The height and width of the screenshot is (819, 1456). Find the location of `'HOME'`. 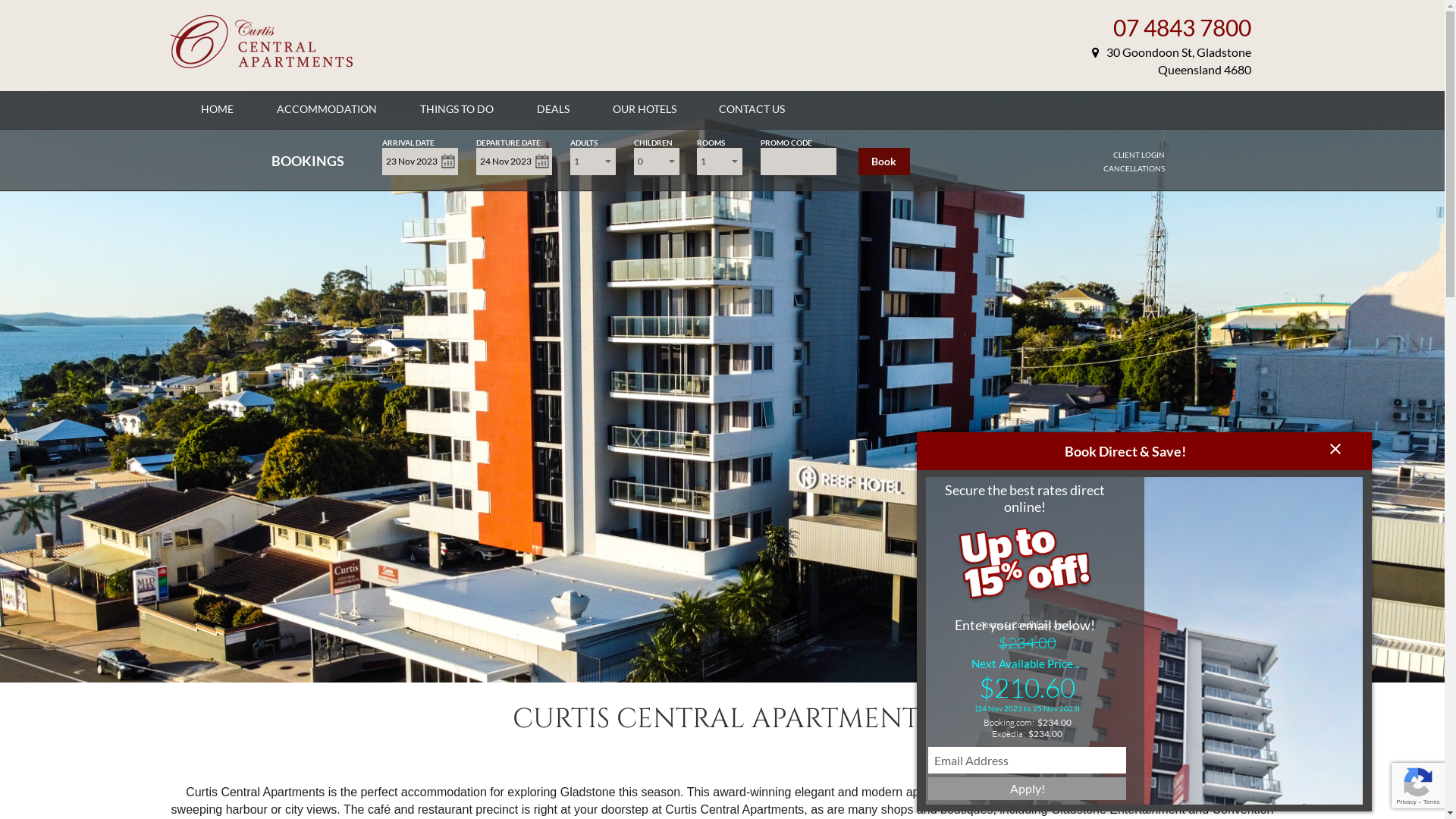

'HOME' is located at coordinates (216, 108).